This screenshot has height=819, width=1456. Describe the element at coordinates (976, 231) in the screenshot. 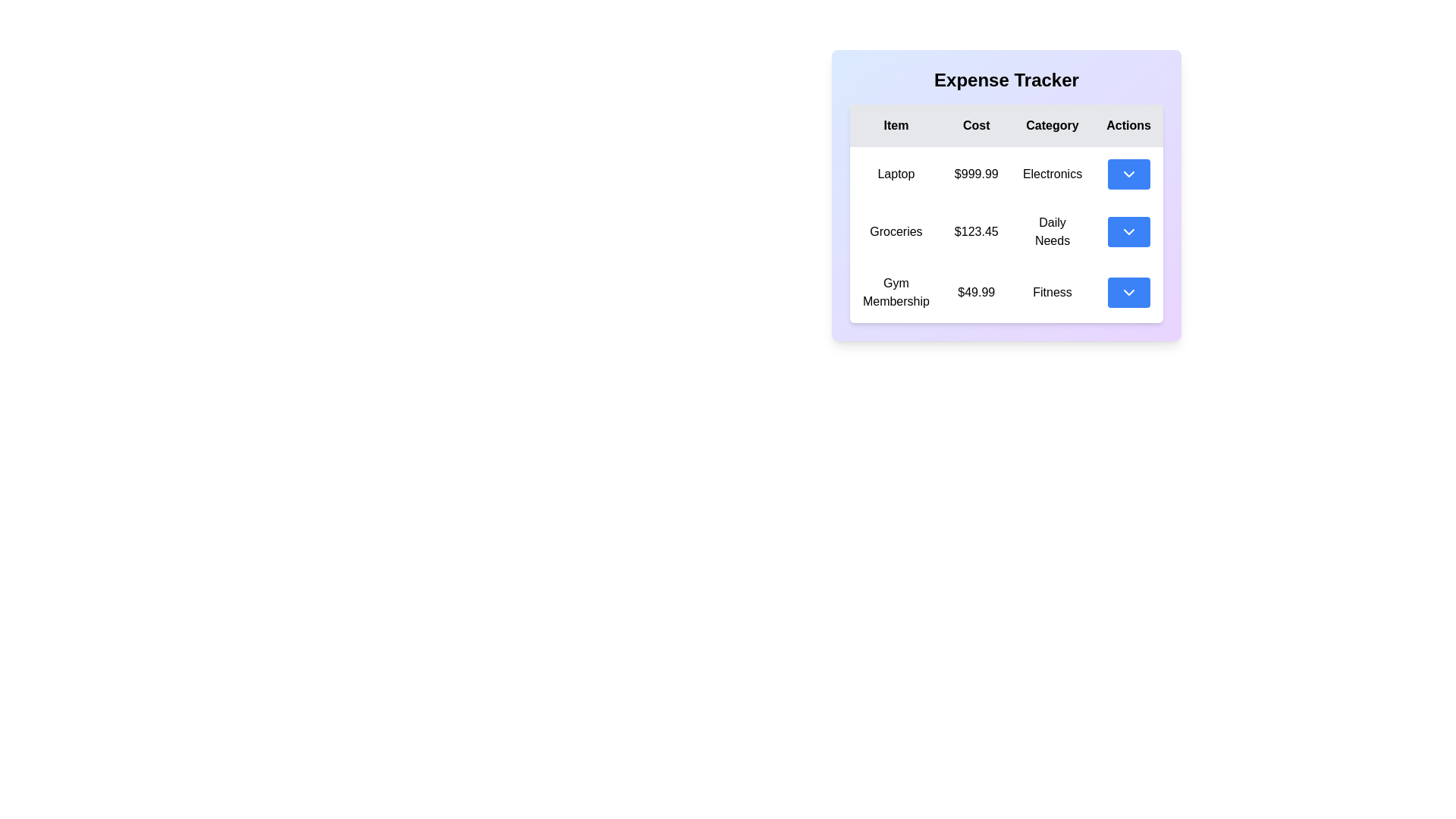

I see `the text label displaying the value '$123.45' in the 'Cost' column of the 'Groceries' row in the table` at that location.